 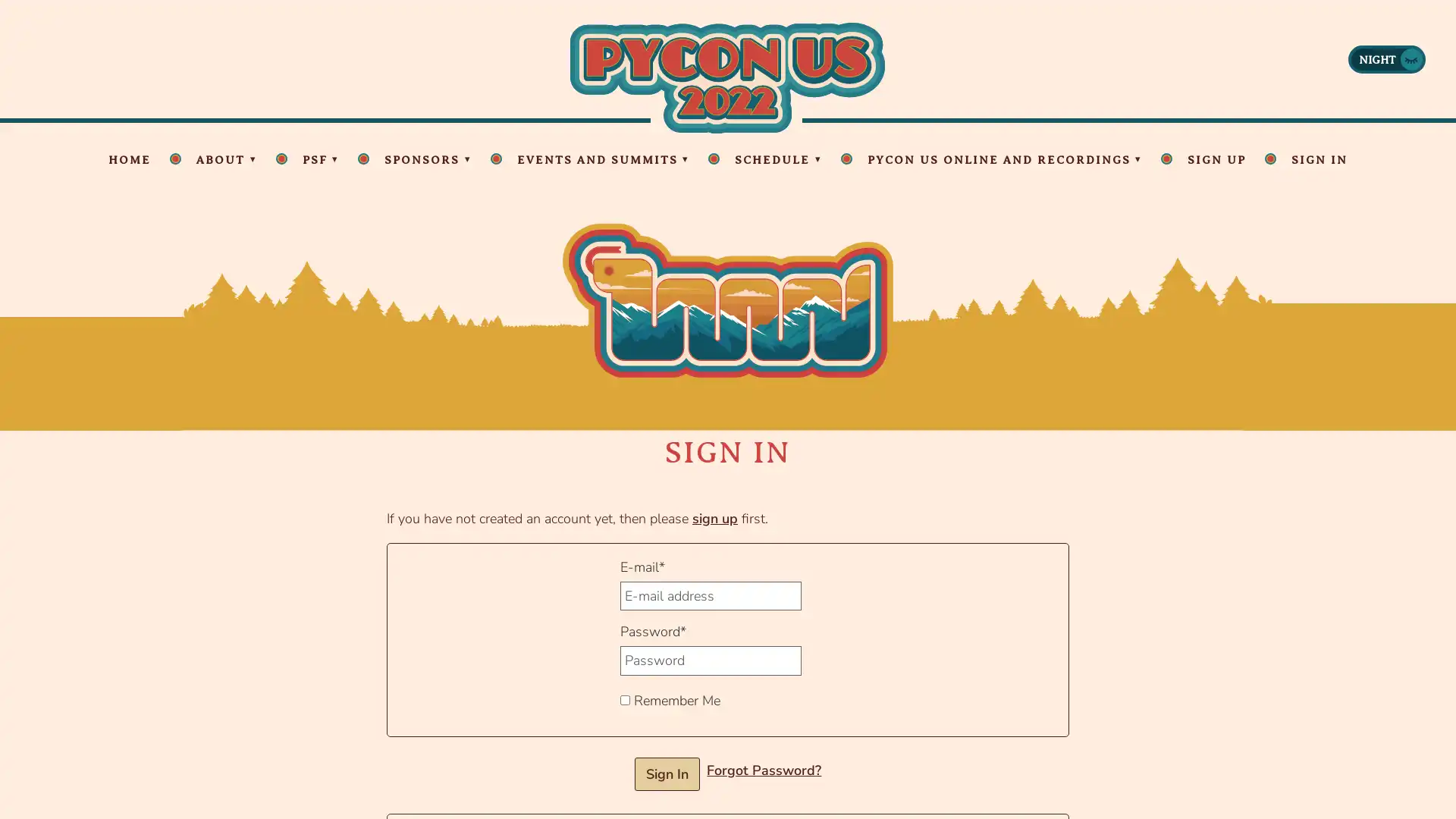 I want to click on Sign In, so click(x=667, y=773).